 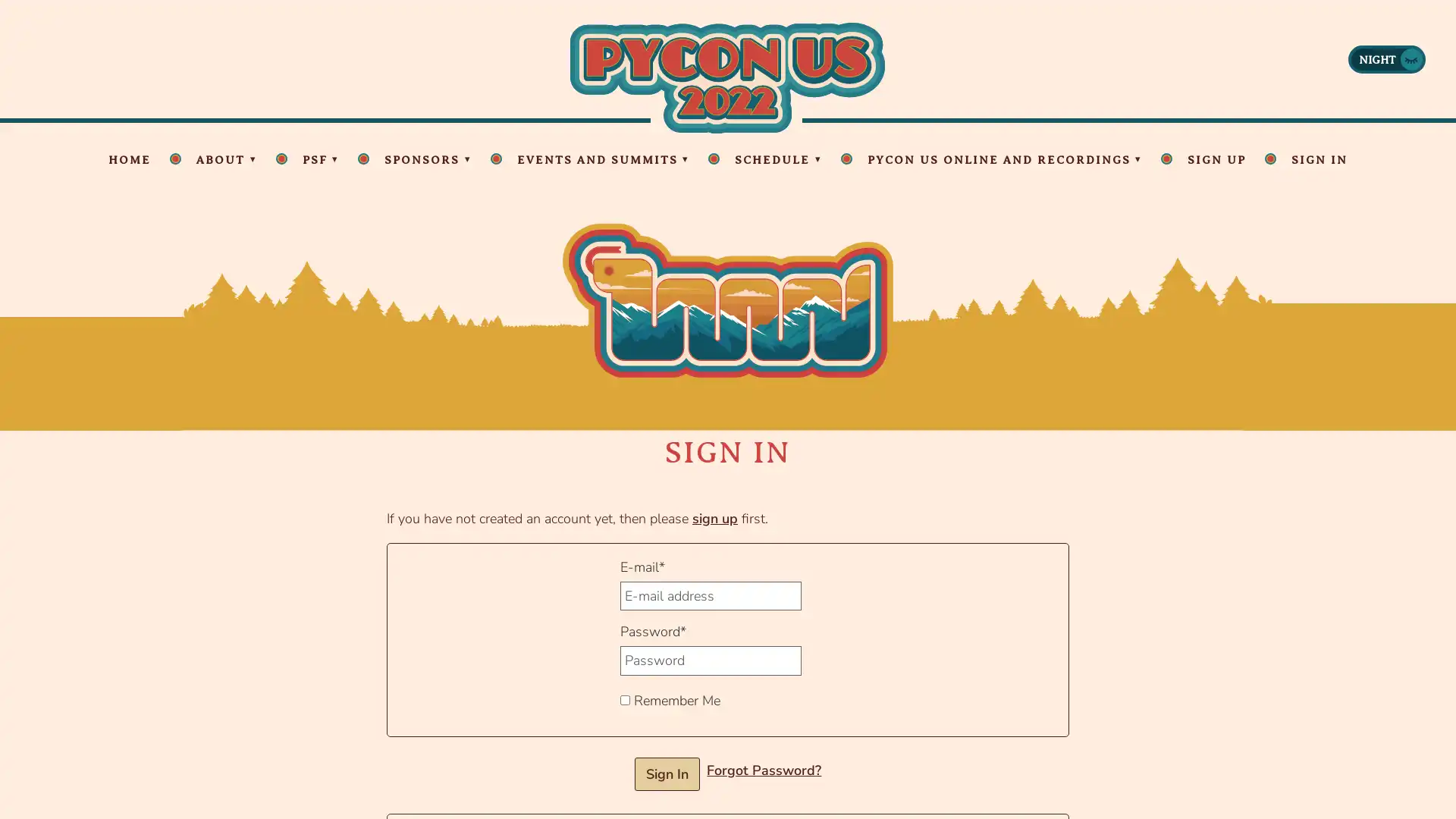 I want to click on Sign In, so click(x=667, y=773).